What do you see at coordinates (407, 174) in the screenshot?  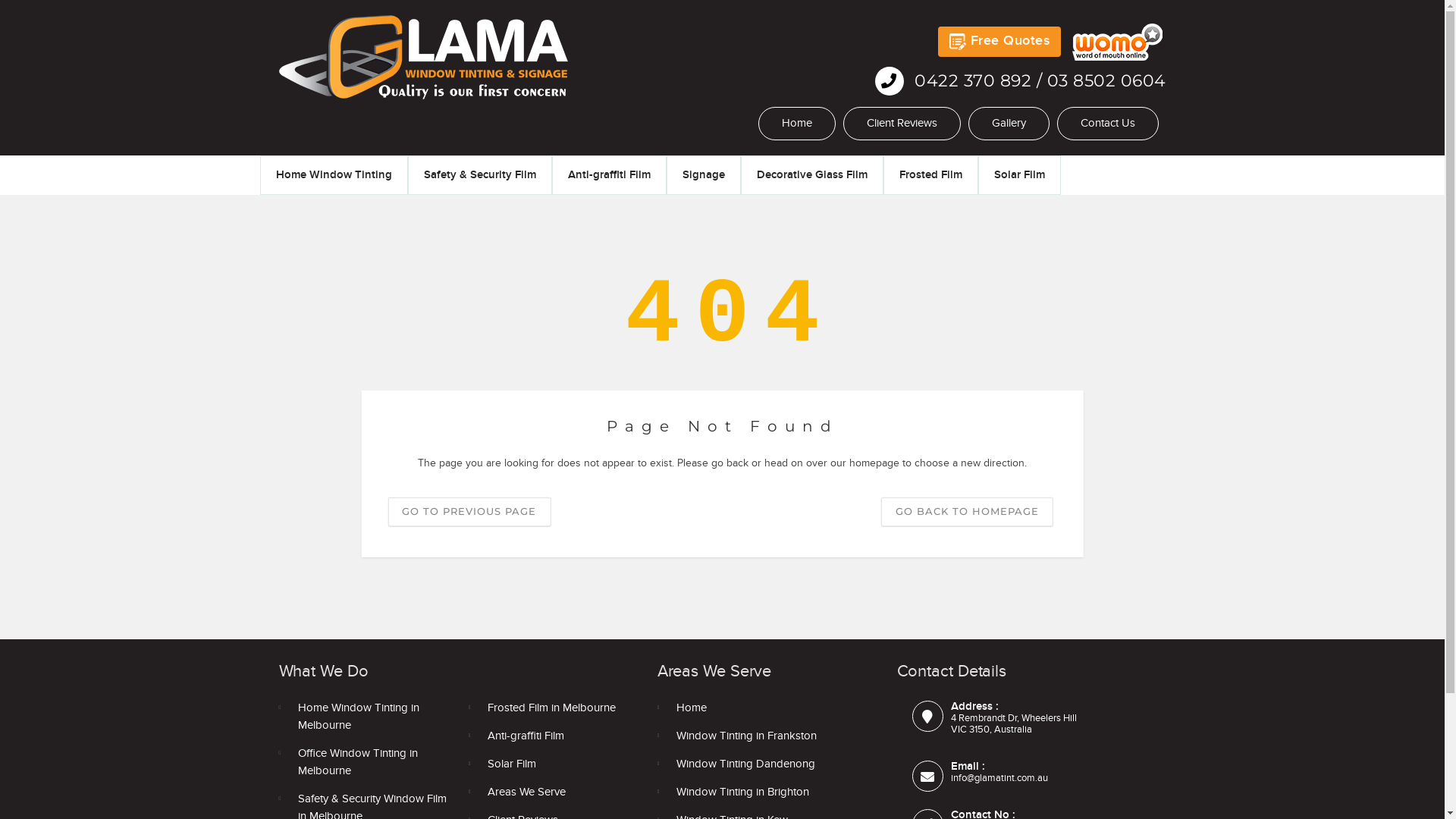 I see `'Safety & Security Film'` at bounding box center [407, 174].